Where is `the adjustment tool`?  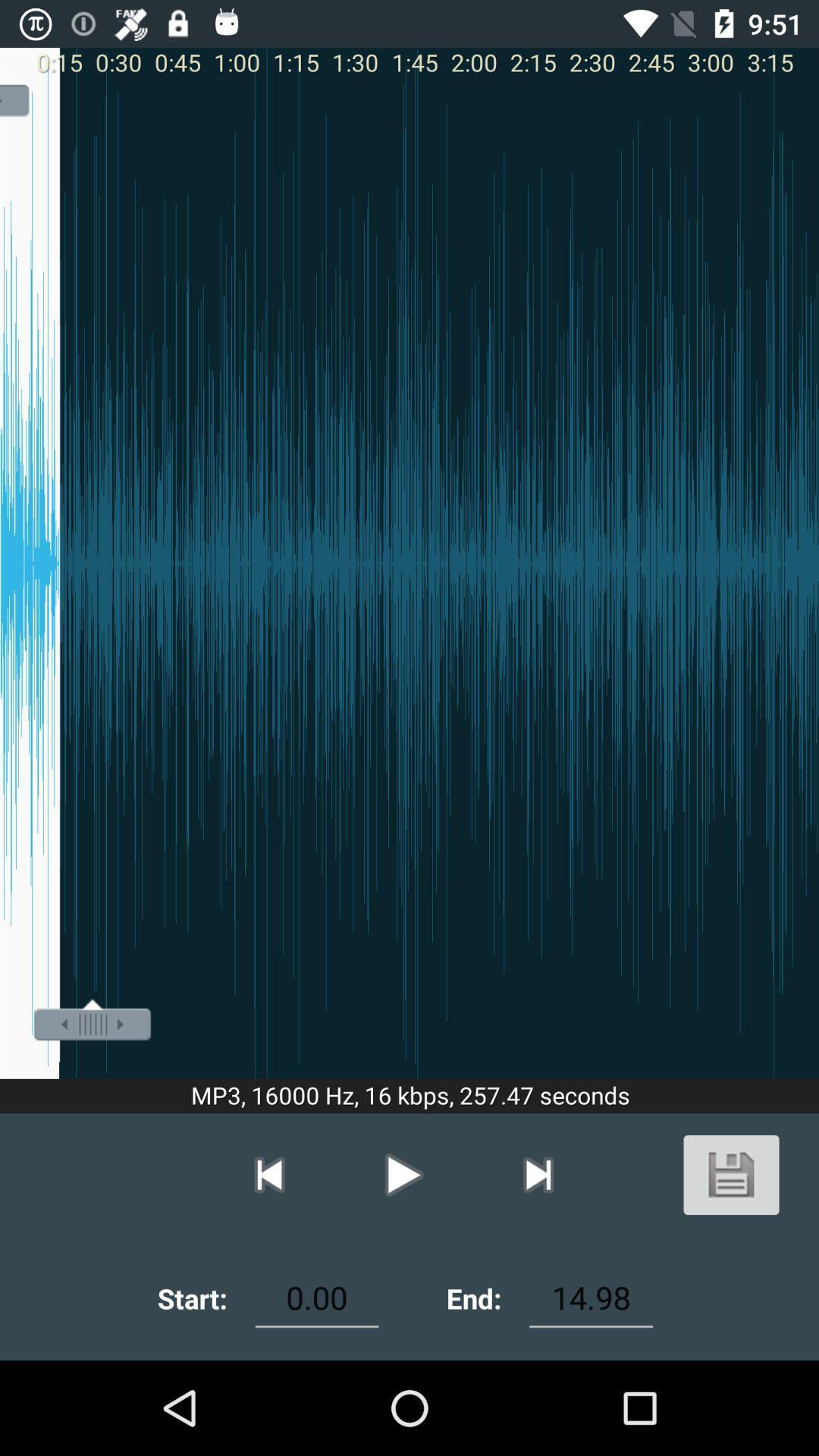 the adjustment tool is located at coordinates (93, 1023).